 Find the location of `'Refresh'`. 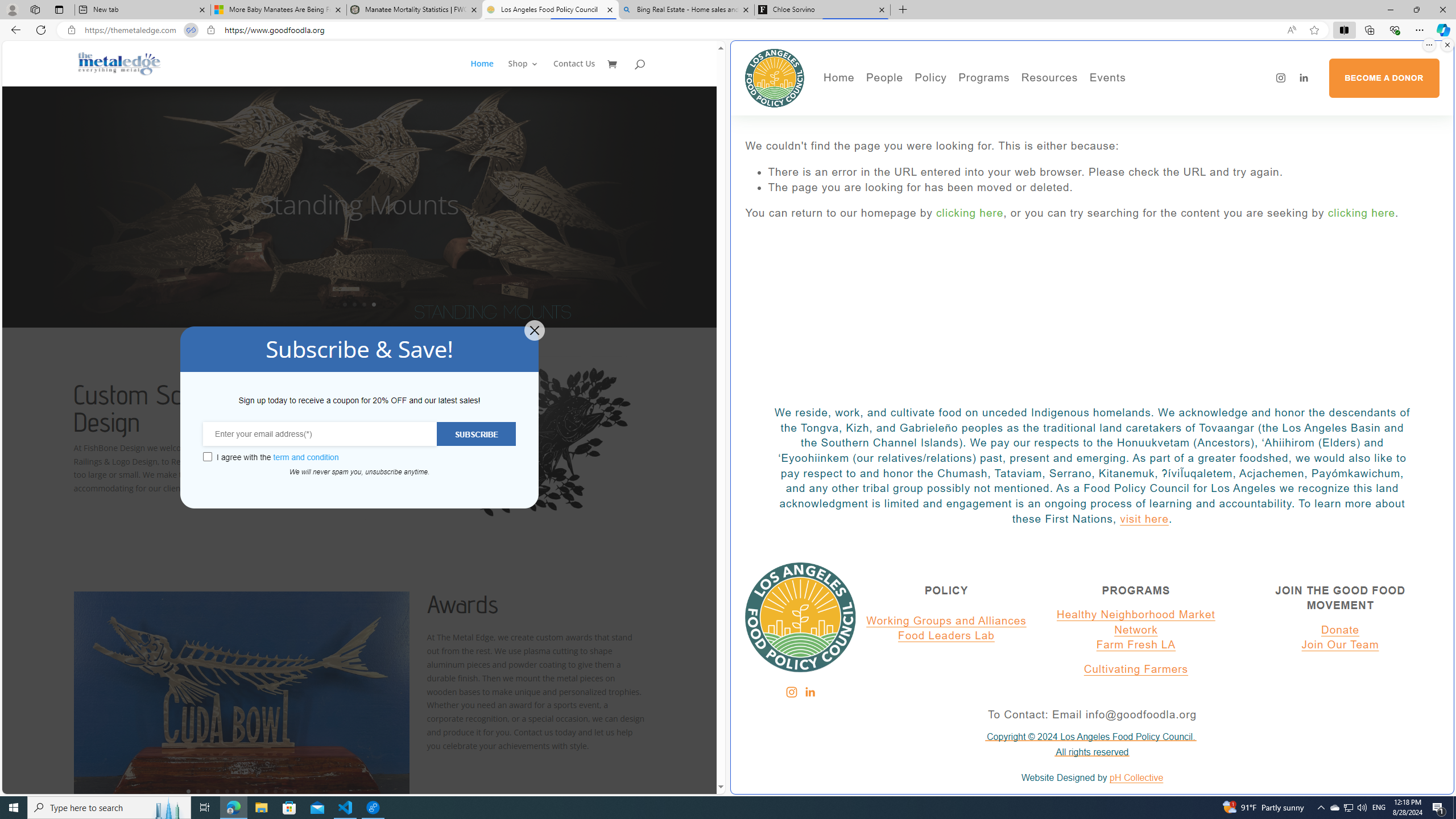

'Refresh' is located at coordinates (40, 29).